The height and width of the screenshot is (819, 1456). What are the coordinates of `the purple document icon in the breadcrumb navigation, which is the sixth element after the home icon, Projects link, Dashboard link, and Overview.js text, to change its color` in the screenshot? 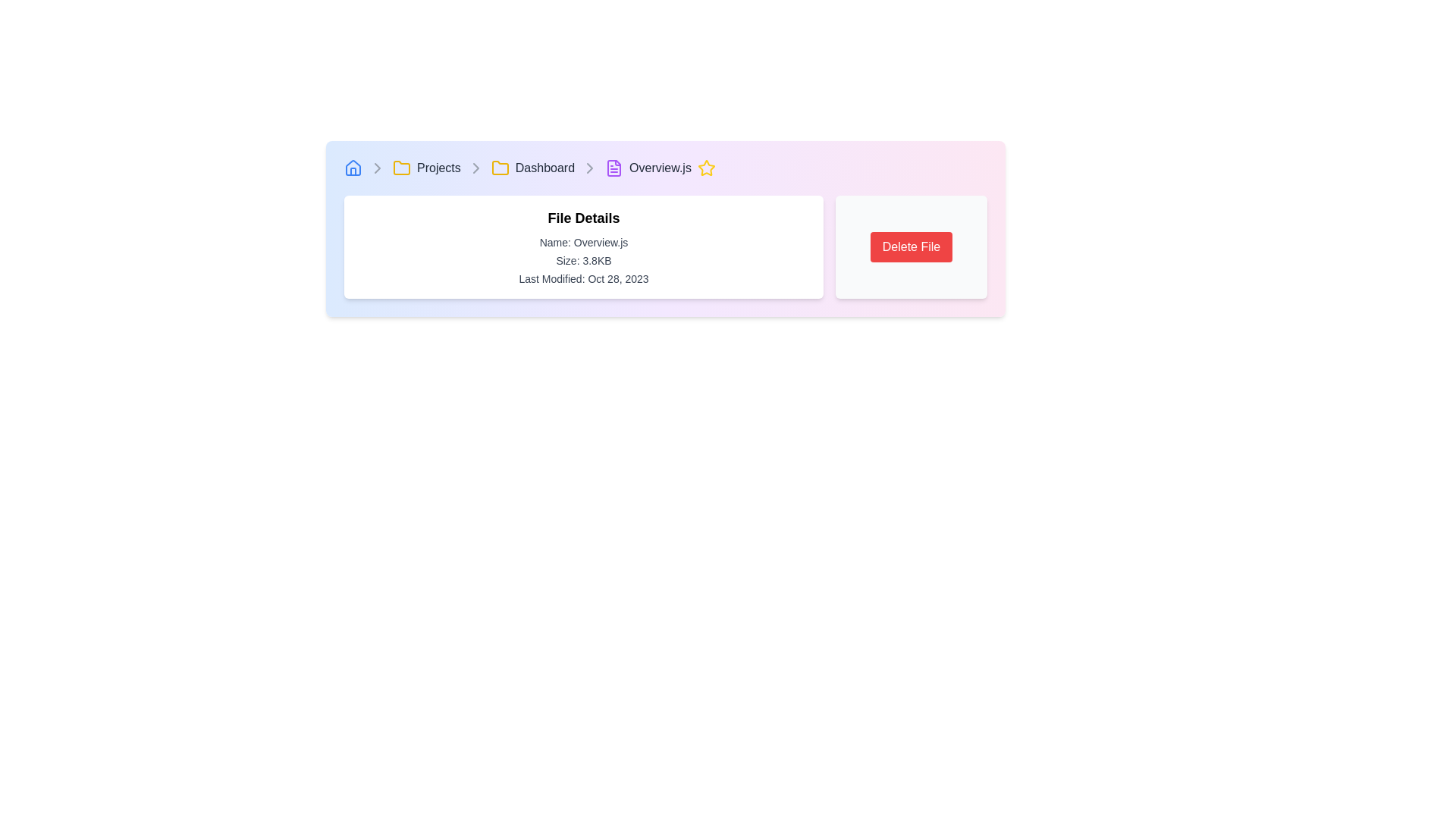 It's located at (614, 168).